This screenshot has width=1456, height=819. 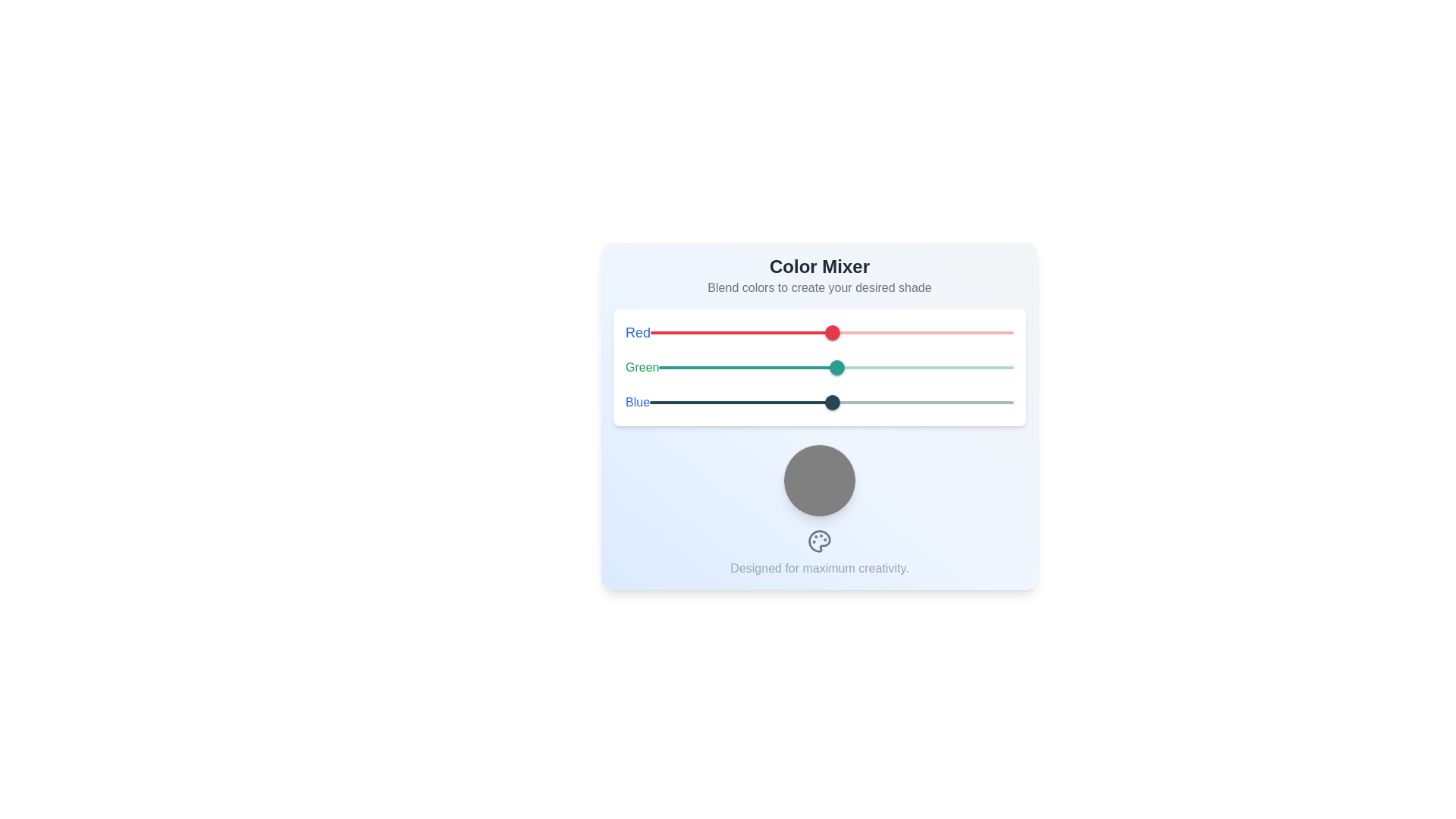 What do you see at coordinates (959, 332) in the screenshot?
I see `the red value` at bounding box center [959, 332].